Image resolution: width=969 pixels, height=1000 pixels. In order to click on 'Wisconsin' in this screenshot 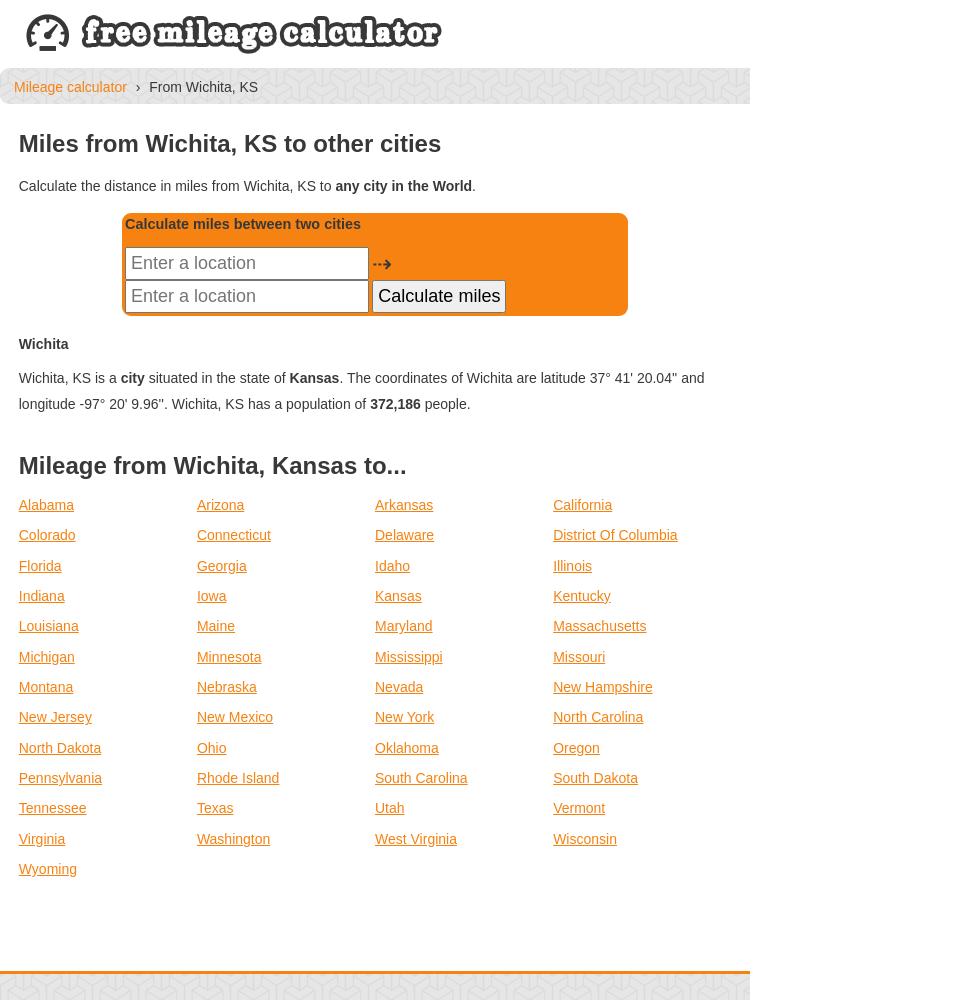, I will do `click(583, 837)`.